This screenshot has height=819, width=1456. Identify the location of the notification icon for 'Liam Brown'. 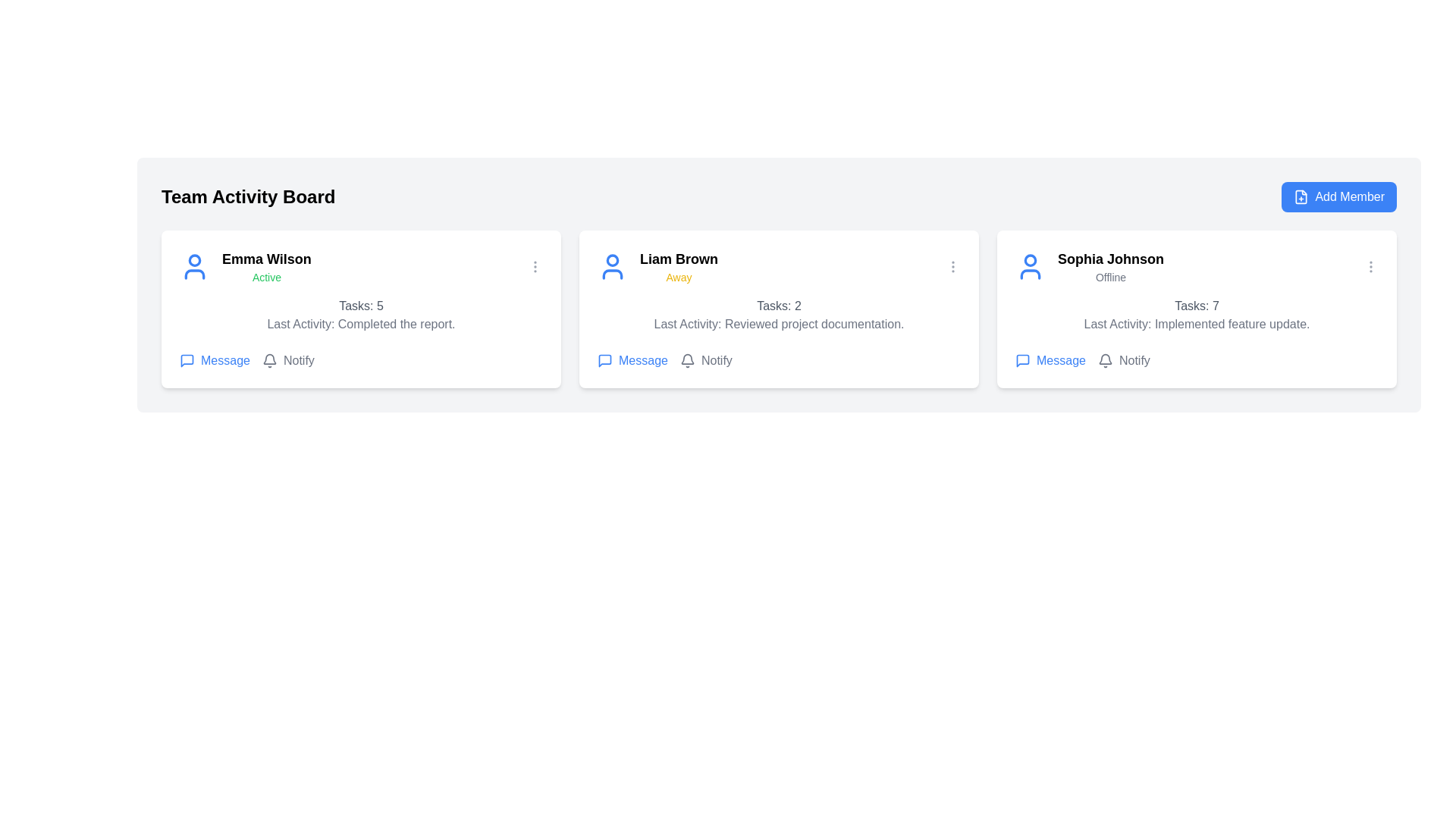
(687, 359).